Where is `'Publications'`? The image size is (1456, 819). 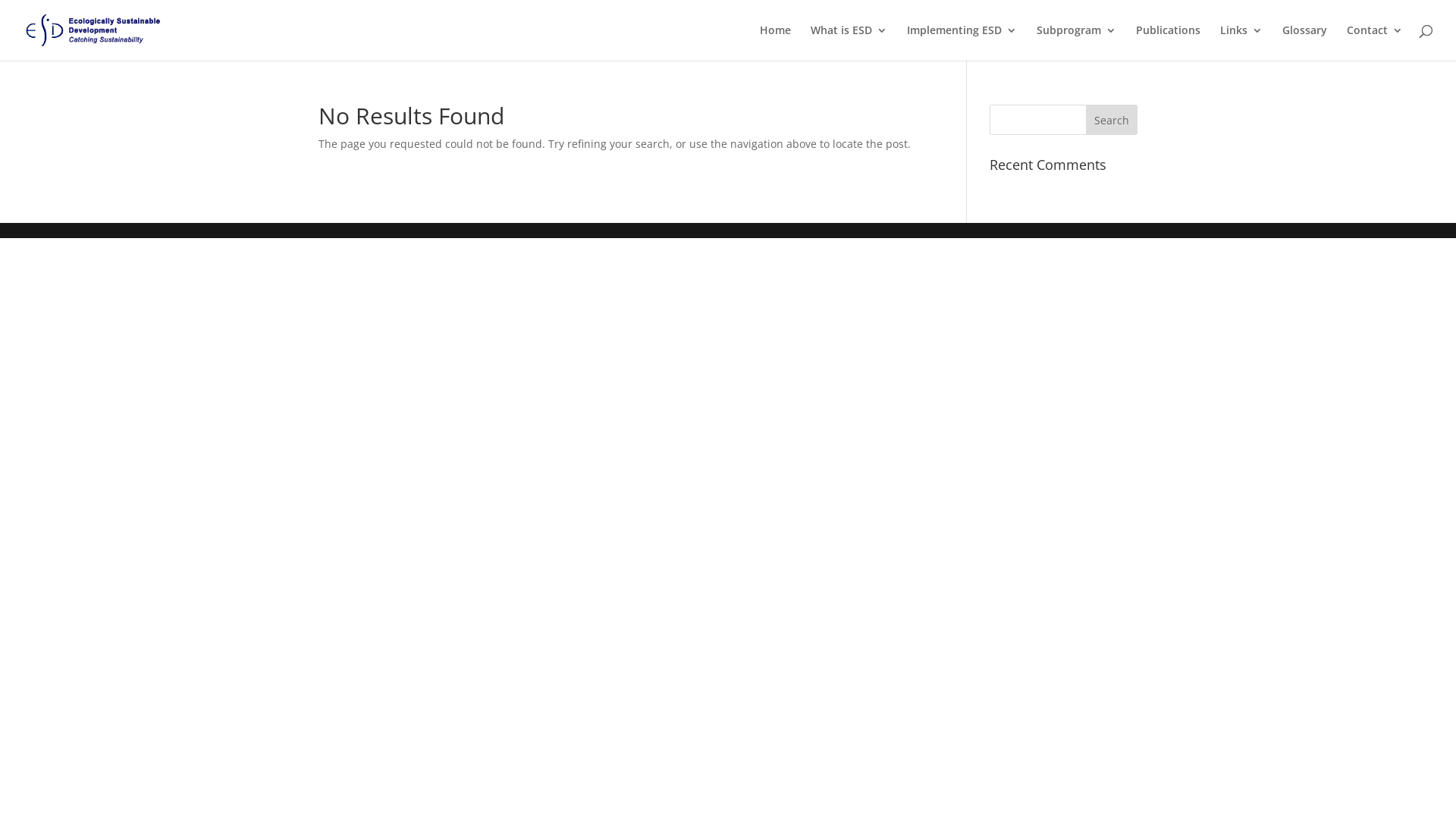
'Publications' is located at coordinates (1135, 42).